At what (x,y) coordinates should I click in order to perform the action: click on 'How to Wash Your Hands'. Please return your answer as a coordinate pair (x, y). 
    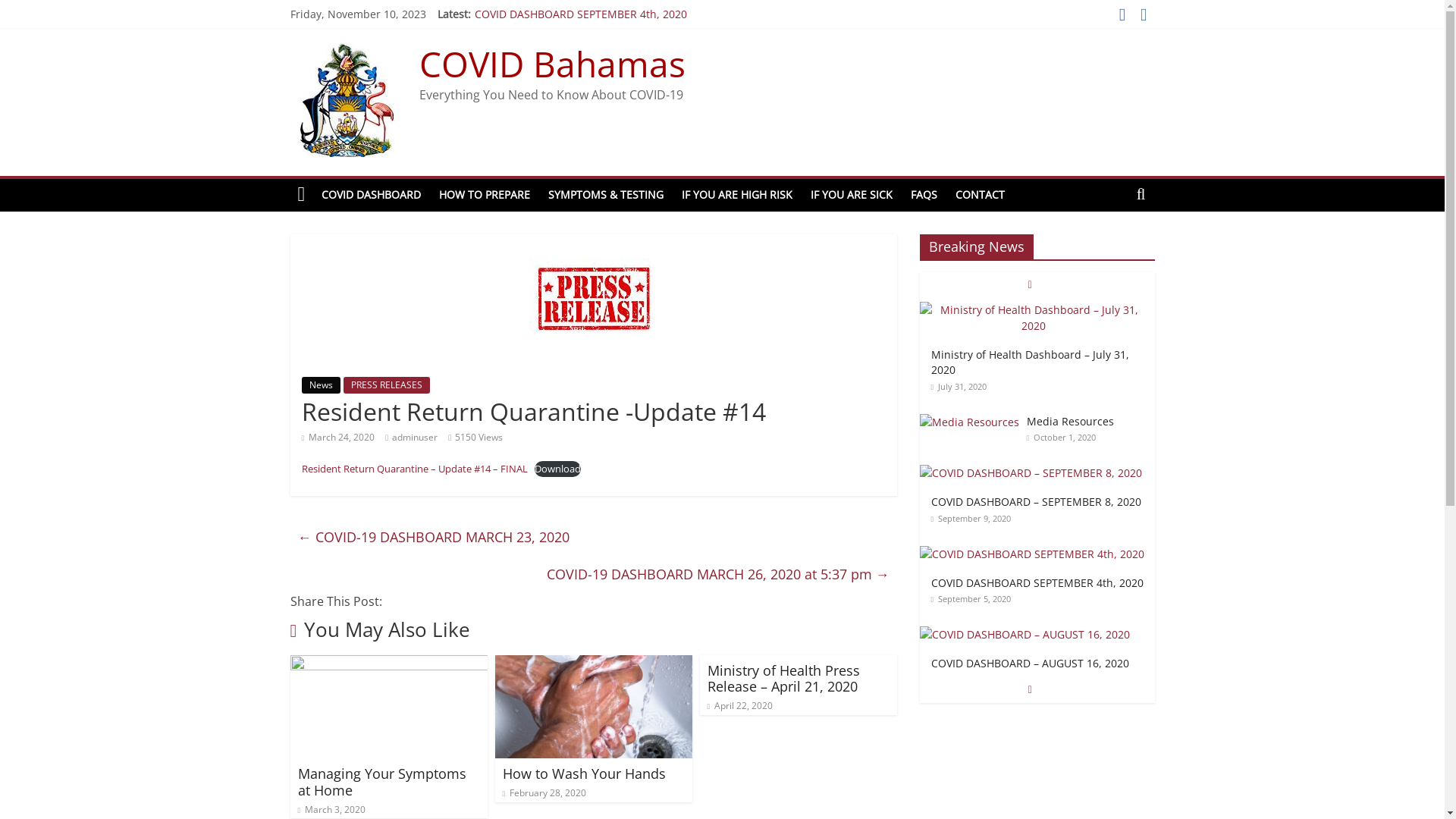
    Looking at the image, I should click on (582, 773).